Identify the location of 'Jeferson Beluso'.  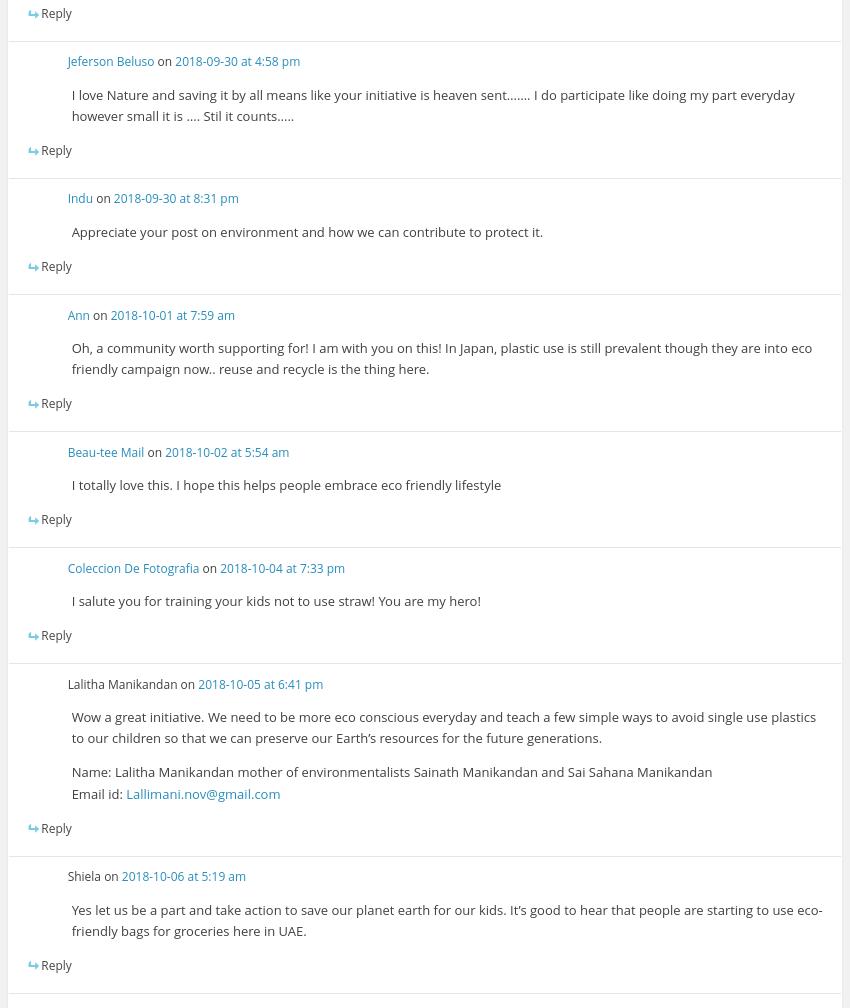
(109, 61).